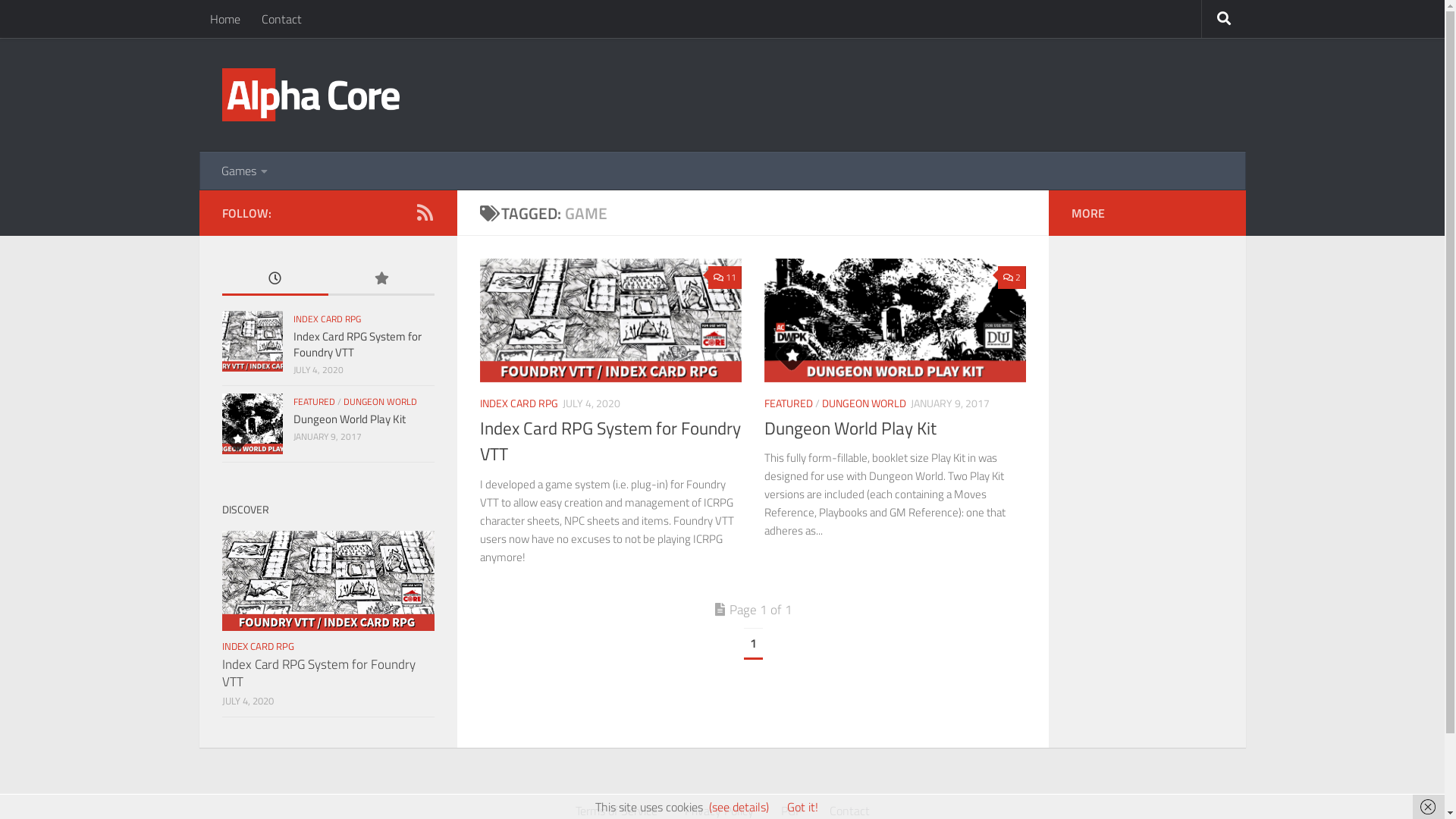 The image size is (1456, 819). What do you see at coordinates (415, 212) in the screenshot?
I see `'RSS Feed'` at bounding box center [415, 212].